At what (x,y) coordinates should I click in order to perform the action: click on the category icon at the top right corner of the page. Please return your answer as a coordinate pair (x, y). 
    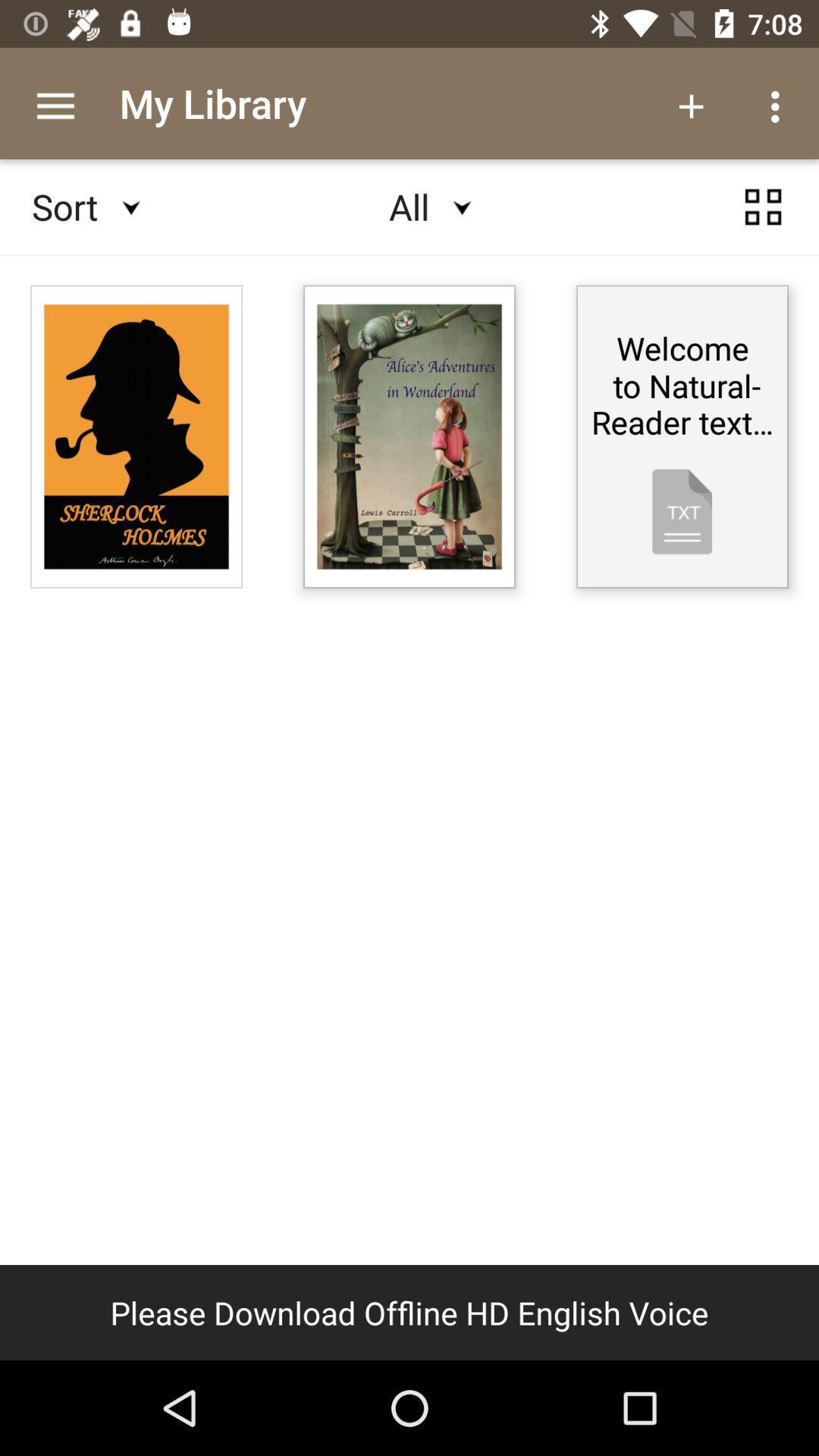
    Looking at the image, I should click on (763, 206).